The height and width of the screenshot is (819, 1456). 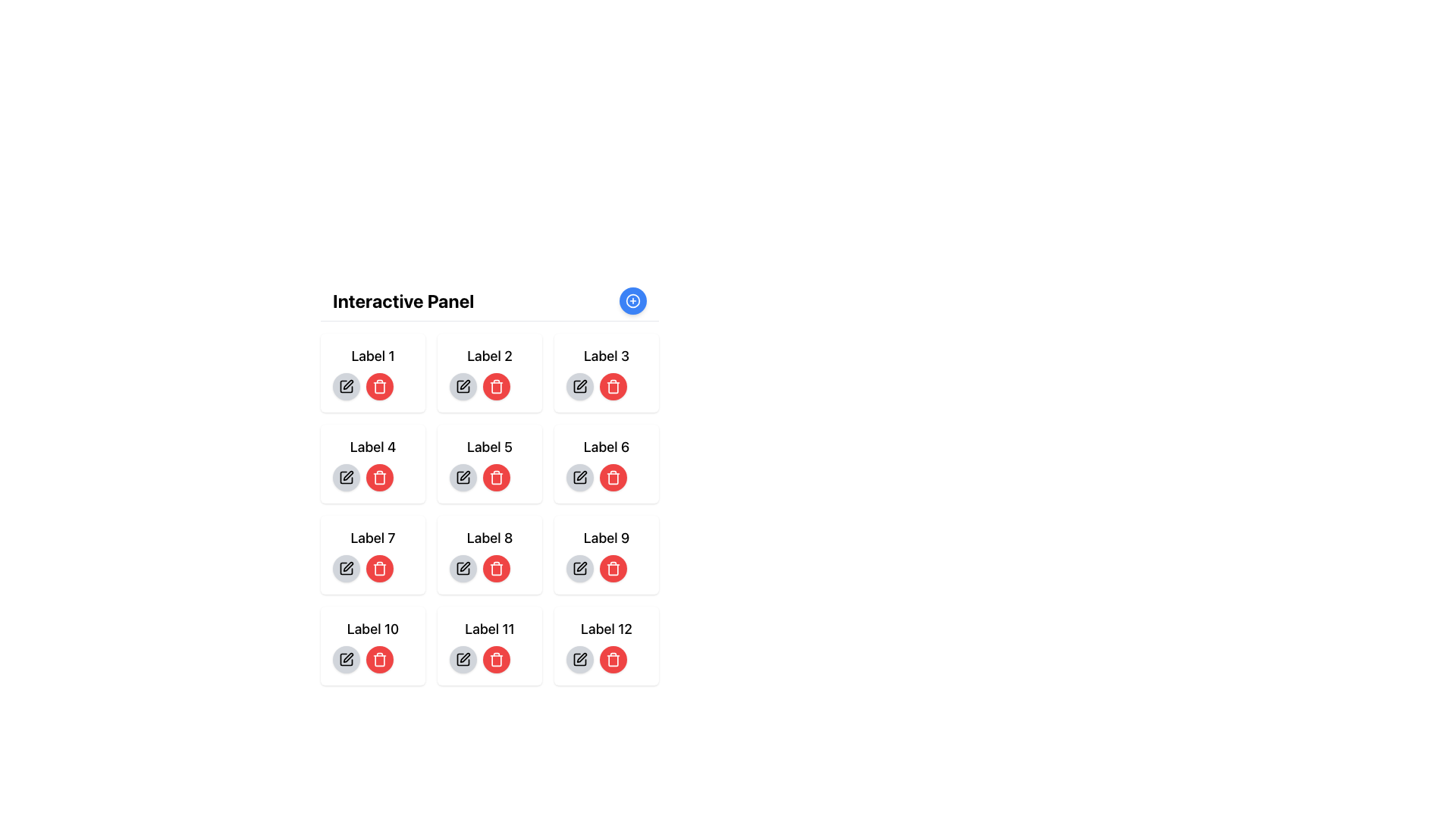 What do you see at coordinates (462, 568) in the screenshot?
I see `the circular gray button with a pen icon in the center` at bounding box center [462, 568].